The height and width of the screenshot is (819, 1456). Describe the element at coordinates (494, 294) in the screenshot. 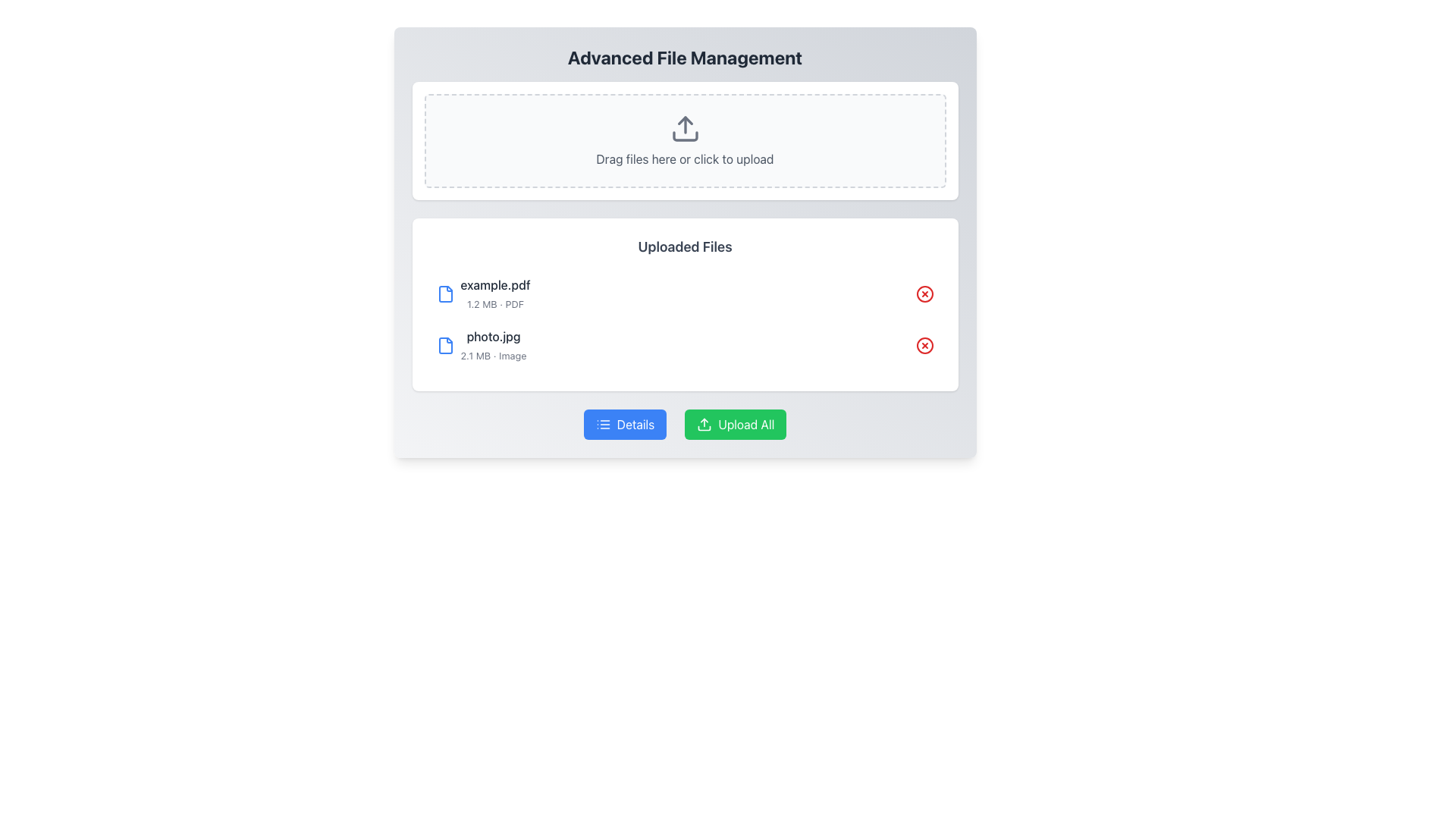

I see `the file entry displaying 'example.pdf' in the 'Uploaded Files' section of the 'Advanced File Management' interface` at that location.